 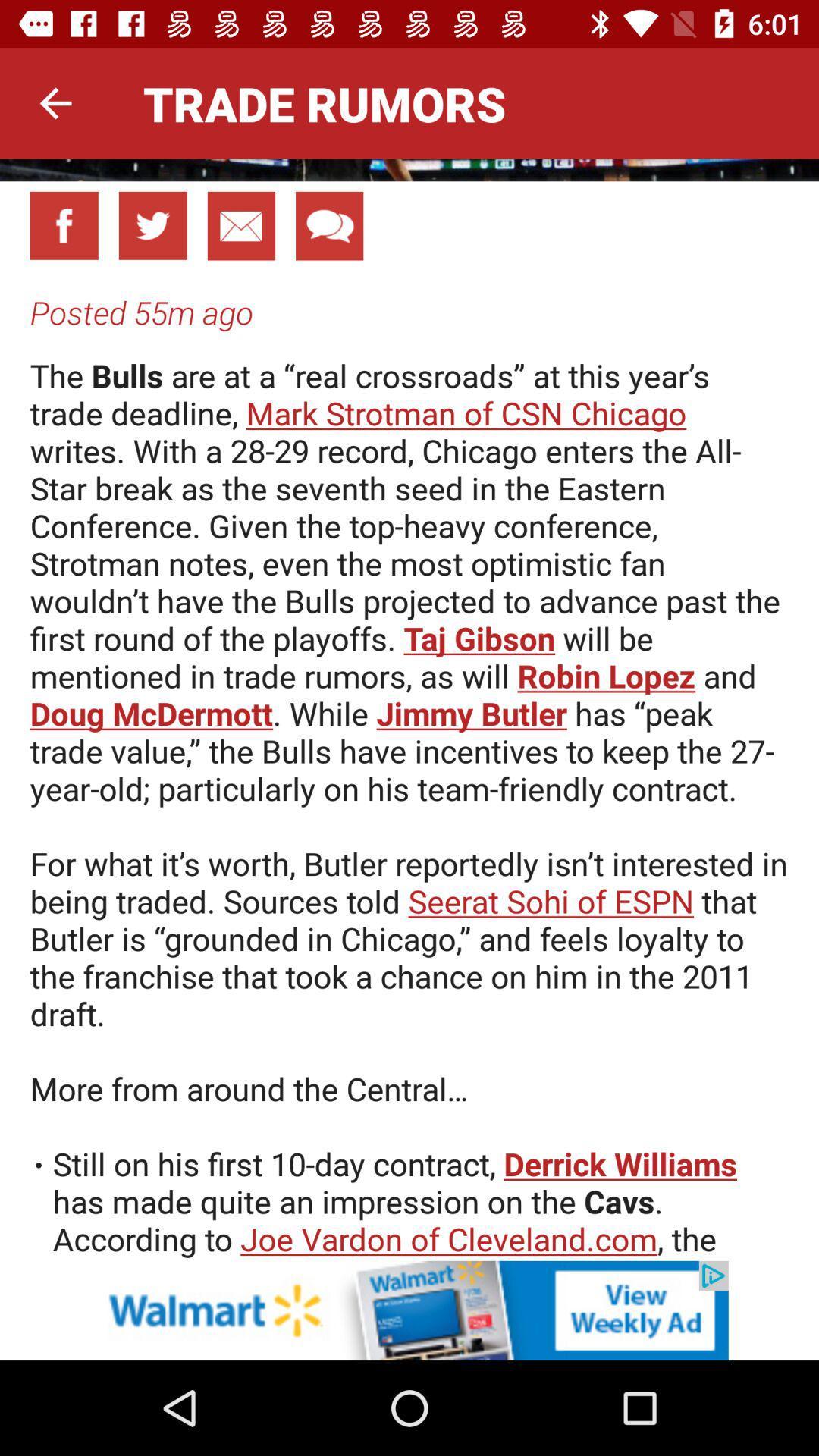 I want to click on the twitter icon, so click(x=152, y=224).